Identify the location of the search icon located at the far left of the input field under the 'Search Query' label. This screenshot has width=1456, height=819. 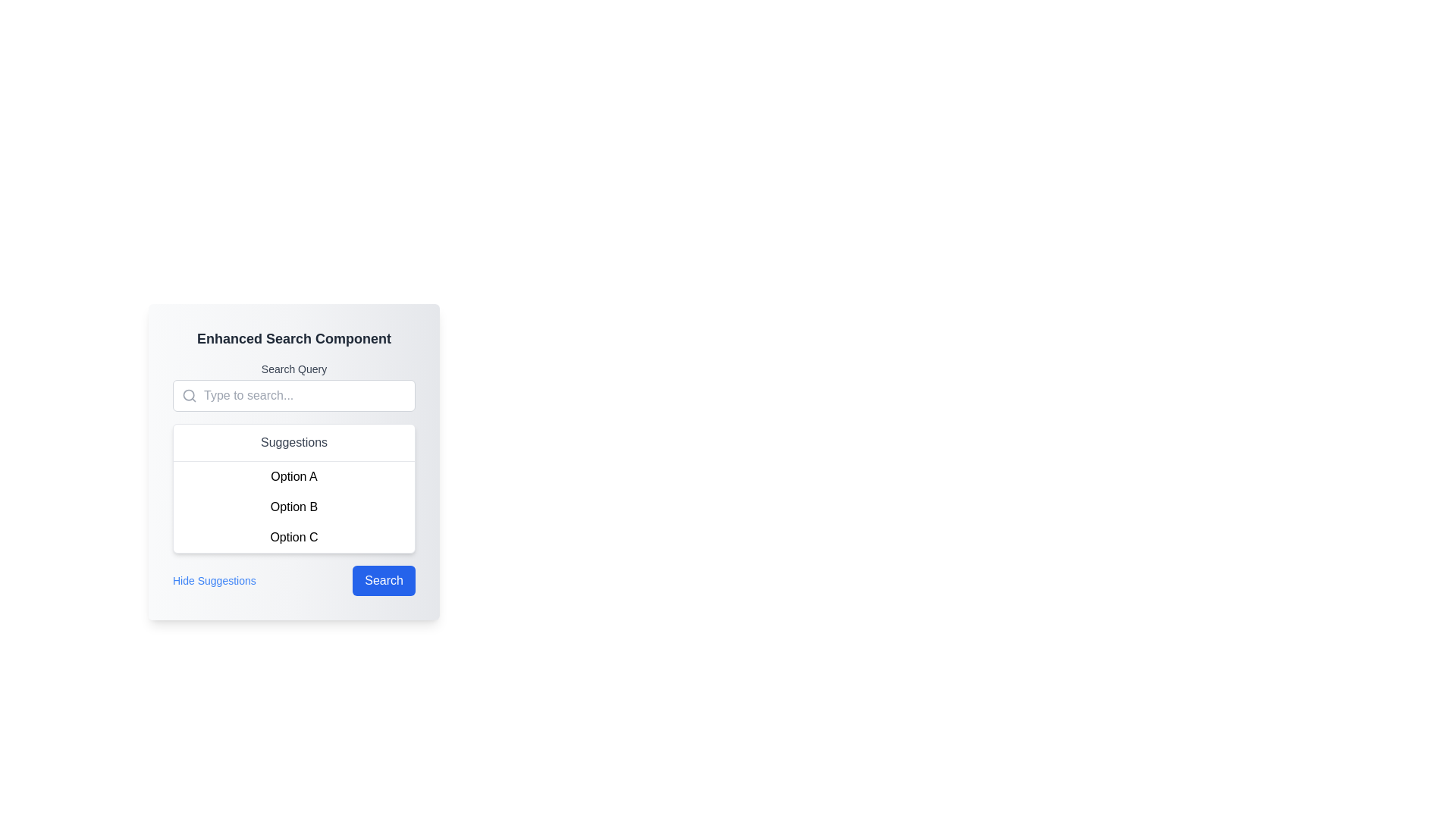
(188, 394).